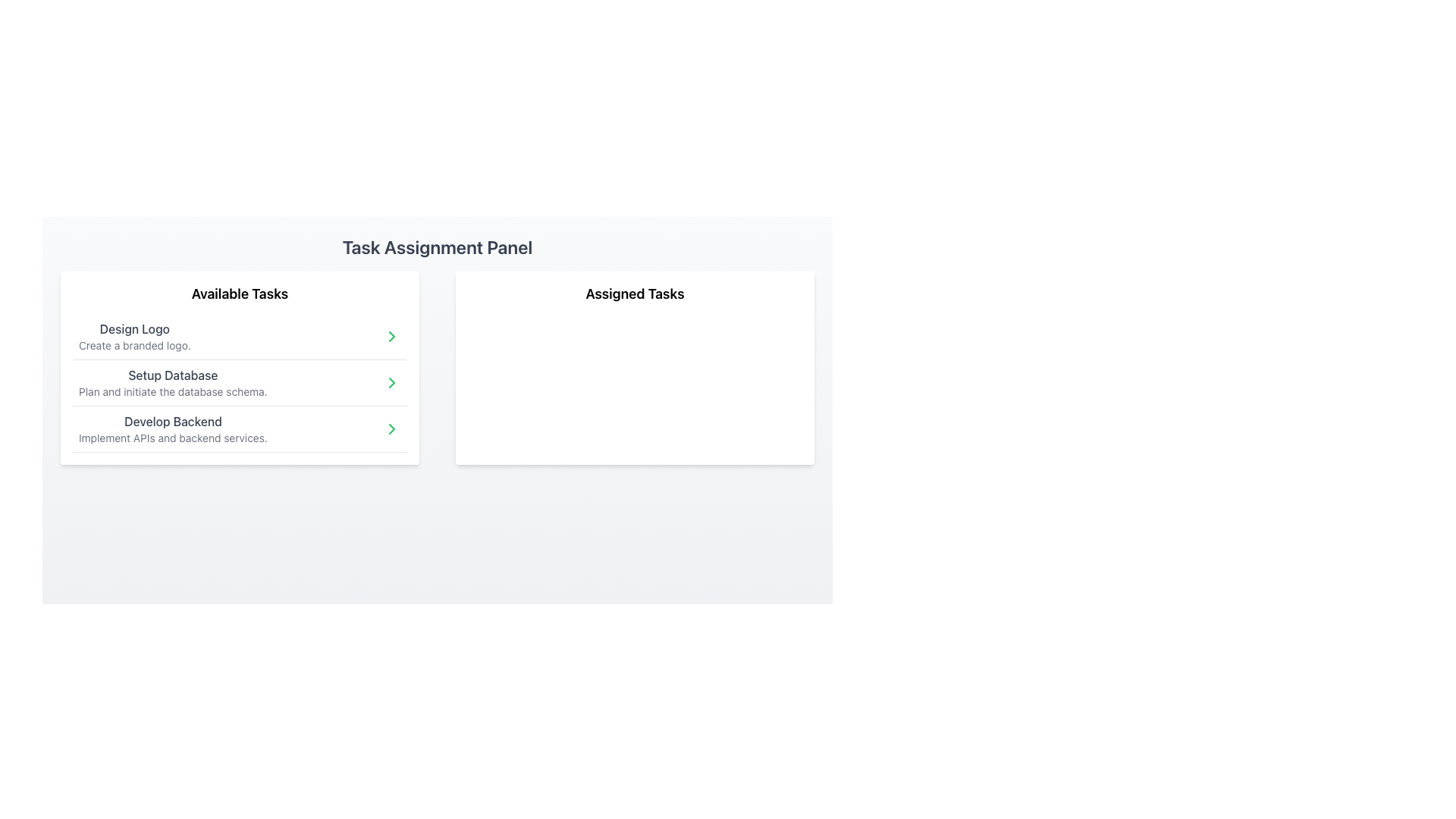 Image resolution: width=1456 pixels, height=819 pixels. Describe the element at coordinates (134, 328) in the screenshot. I see `the 'Design Logo' text label in the 'Available Tasks' section, which serves as the header for the first task block` at that location.